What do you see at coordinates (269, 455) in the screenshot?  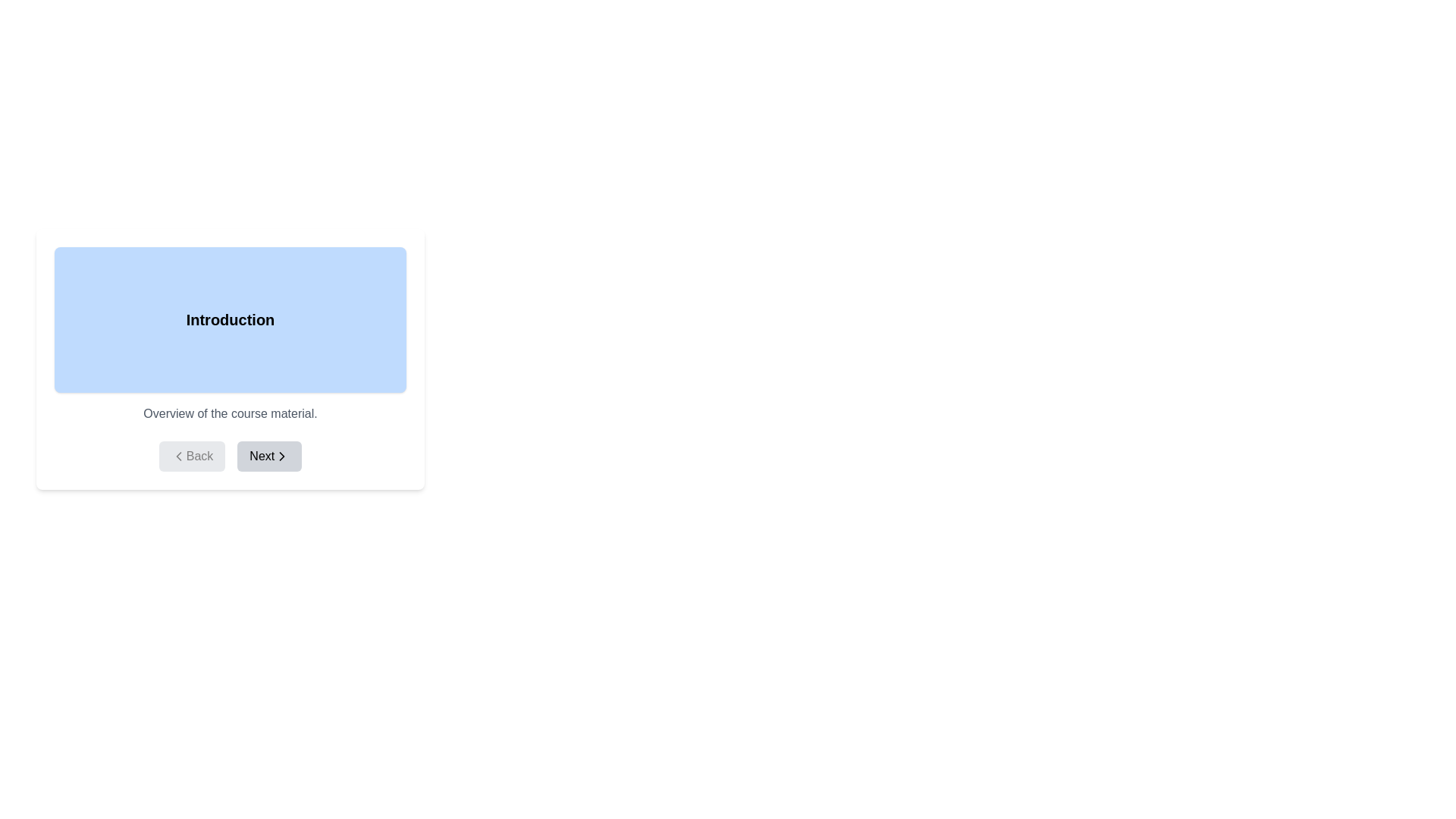 I see `the 'Next' button located at the bottom-right corner of the section to proceed to the next step` at bounding box center [269, 455].